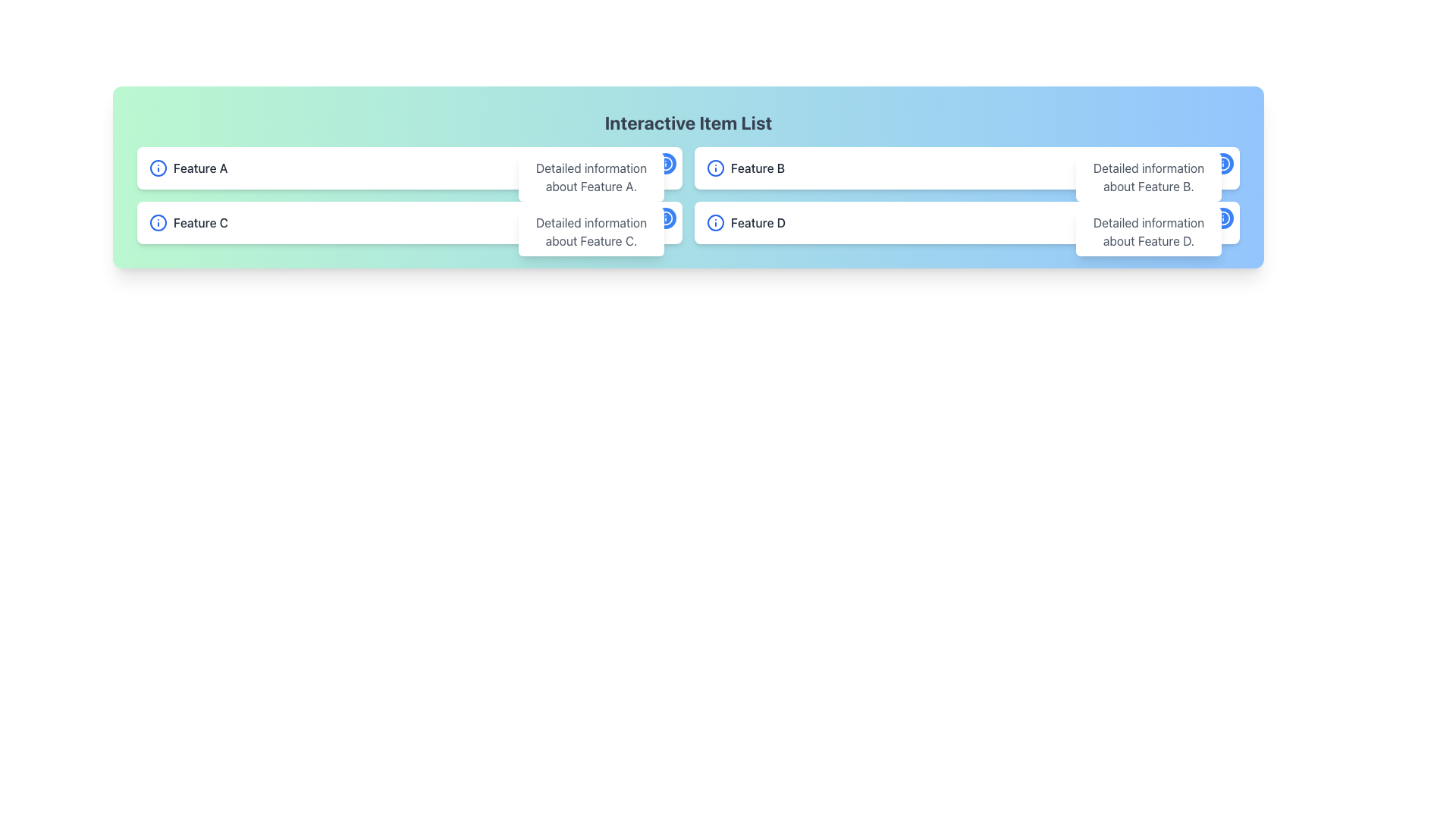 The height and width of the screenshot is (819, 1456). Describe the element at coordinates (1222, 218) in the screenshot. I see `the button in the top-right corner of the 'Feature D' card` at that location.